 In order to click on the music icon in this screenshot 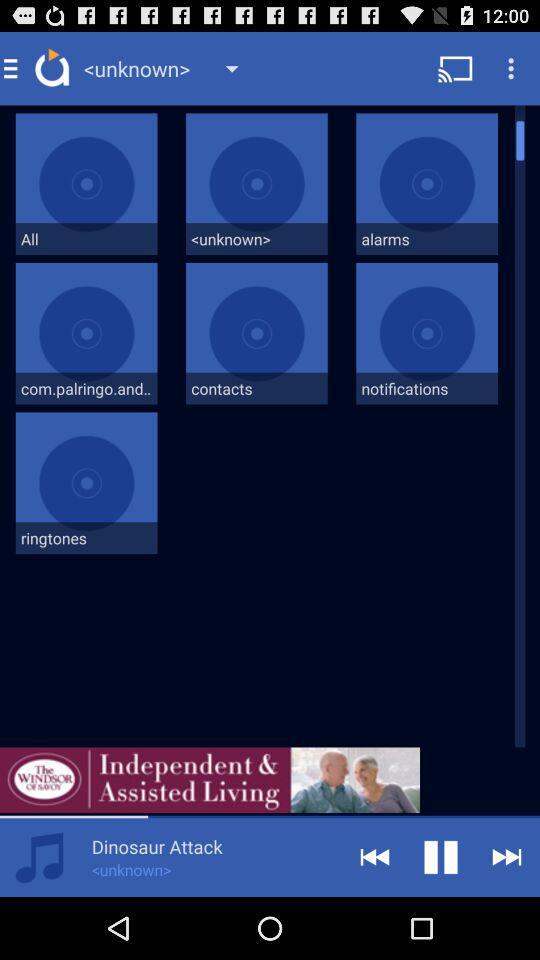, I will do `click(39, 917)`.